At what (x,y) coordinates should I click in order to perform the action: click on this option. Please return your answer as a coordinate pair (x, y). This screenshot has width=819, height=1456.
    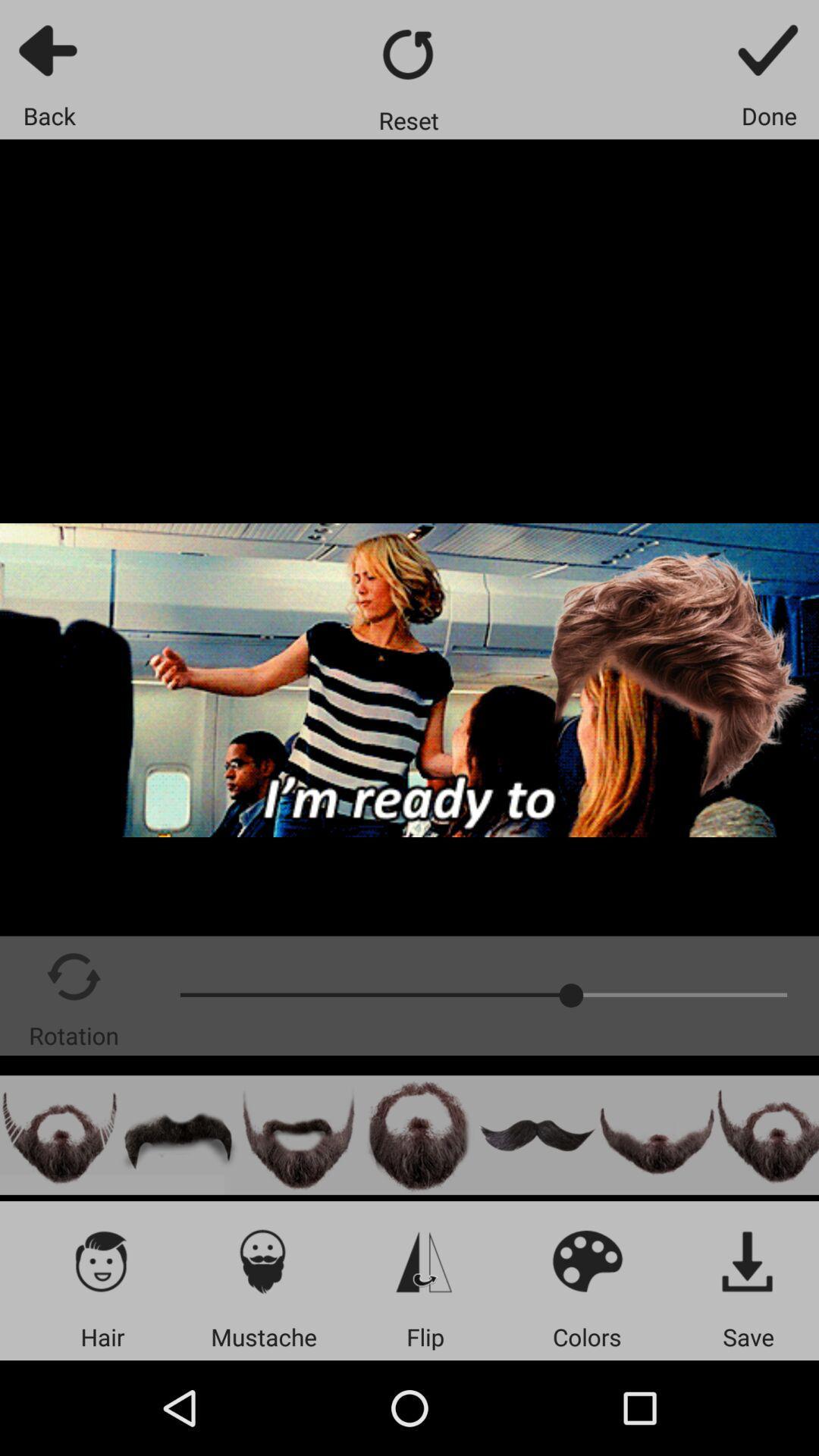
    Looking at the image, I should click on (767, 1135).